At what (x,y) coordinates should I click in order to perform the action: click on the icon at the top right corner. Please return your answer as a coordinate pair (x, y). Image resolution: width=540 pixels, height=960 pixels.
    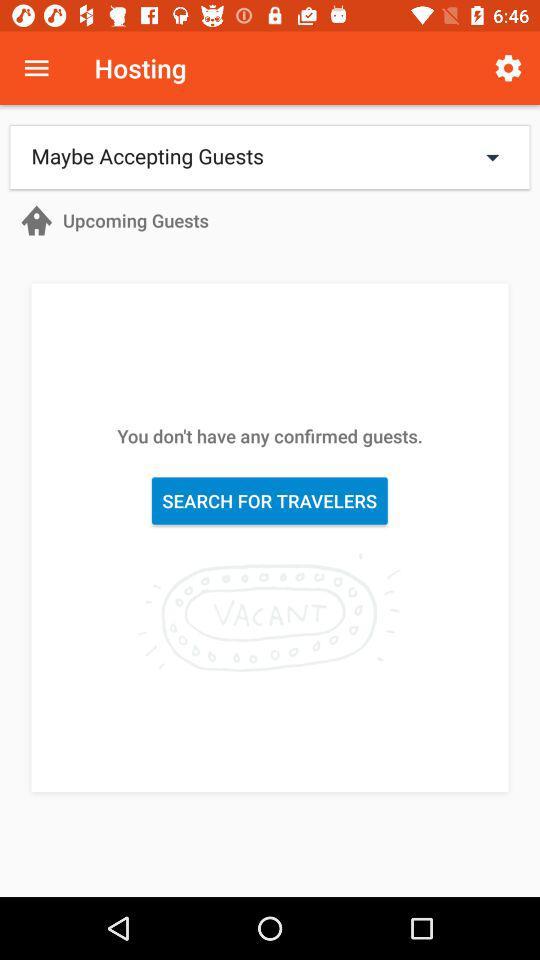
    Looking at the image, I should click on (508, 68).